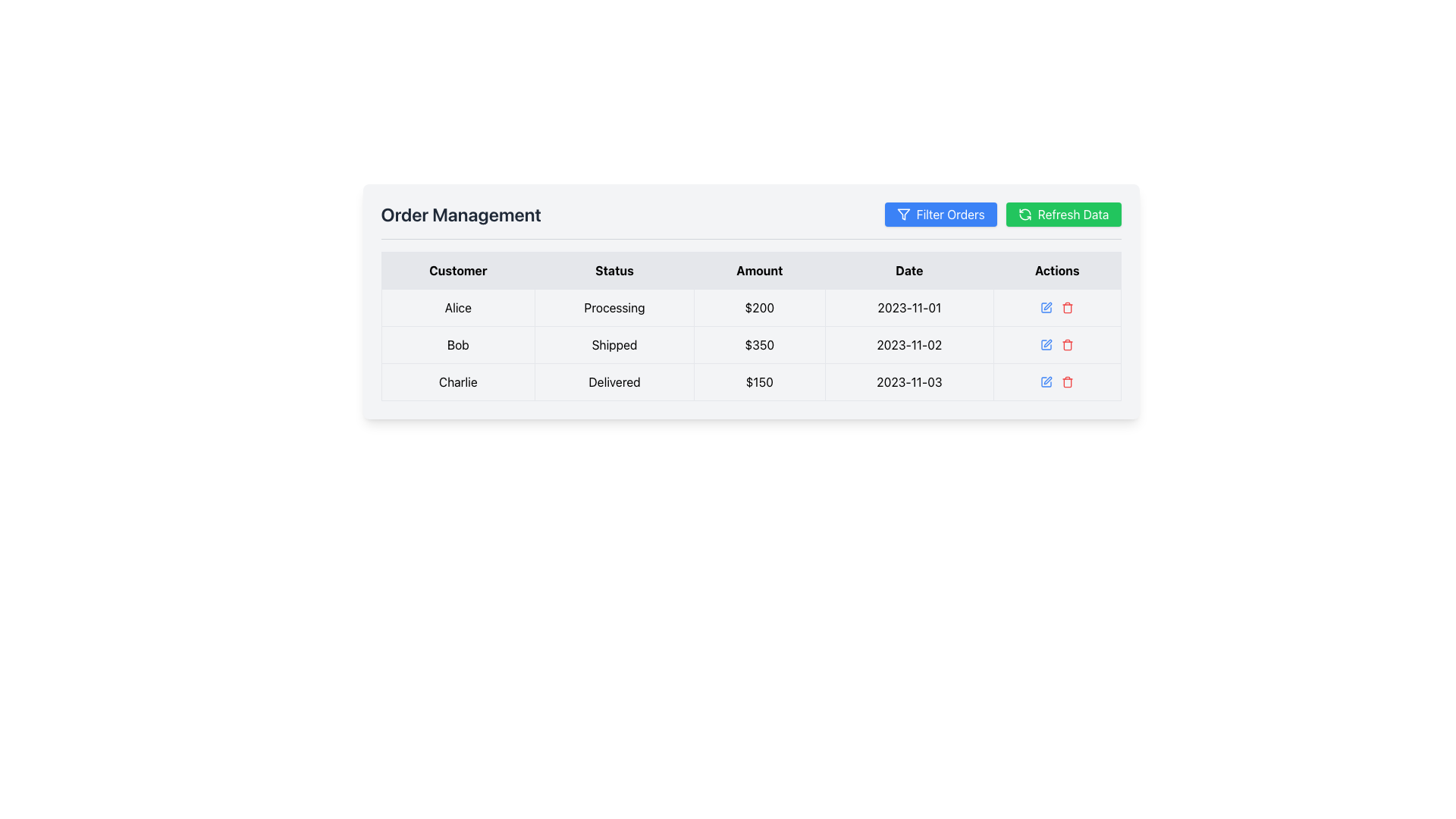 Image resolution: width=1456 pixels, height=819 pixels. I want to click on the Text Label displaying 'Charlie' in the last row of the table under the 'Customer' column, so click(457, 381).